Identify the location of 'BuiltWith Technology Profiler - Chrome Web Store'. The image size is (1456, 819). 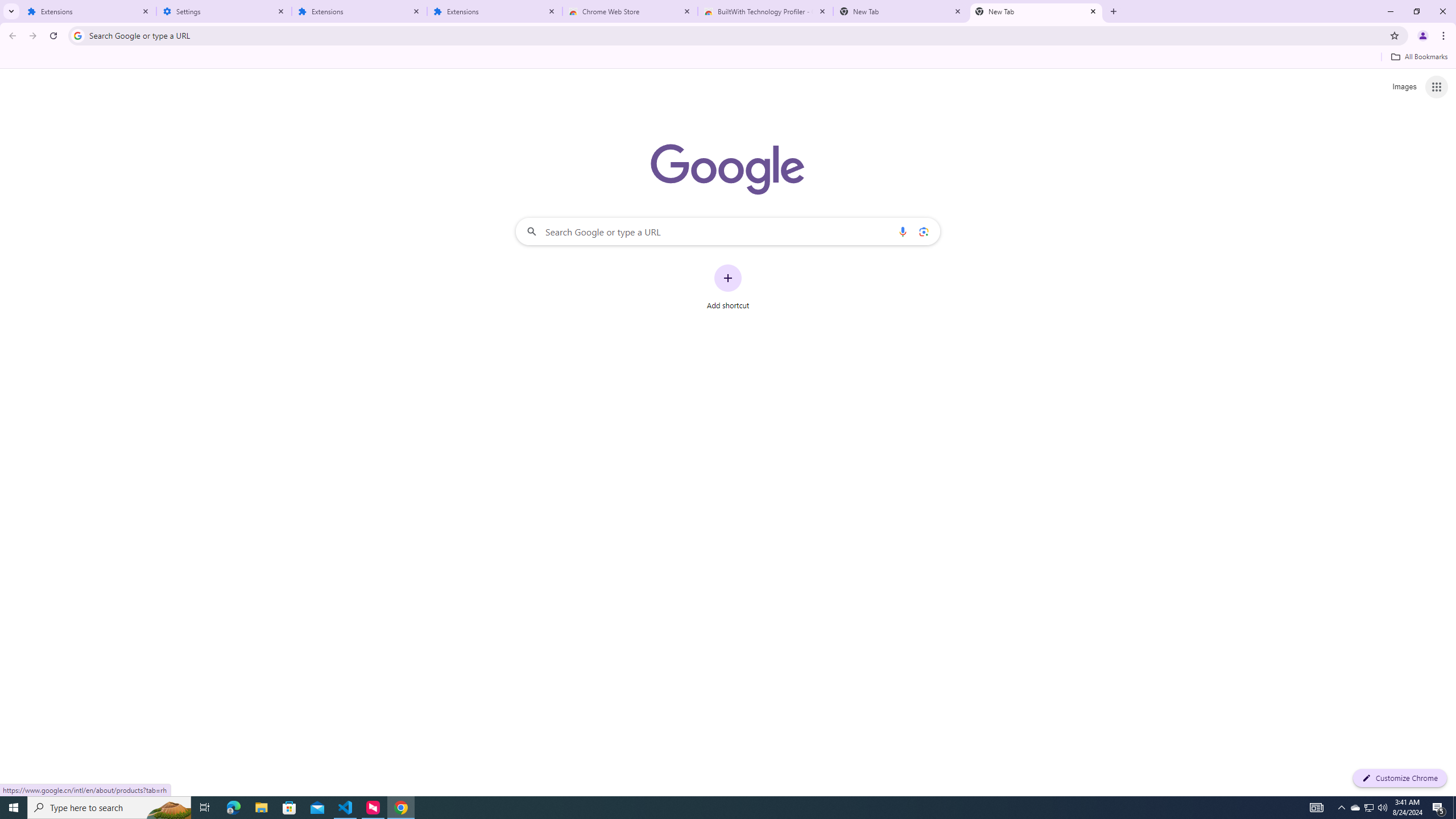
(765, 11).